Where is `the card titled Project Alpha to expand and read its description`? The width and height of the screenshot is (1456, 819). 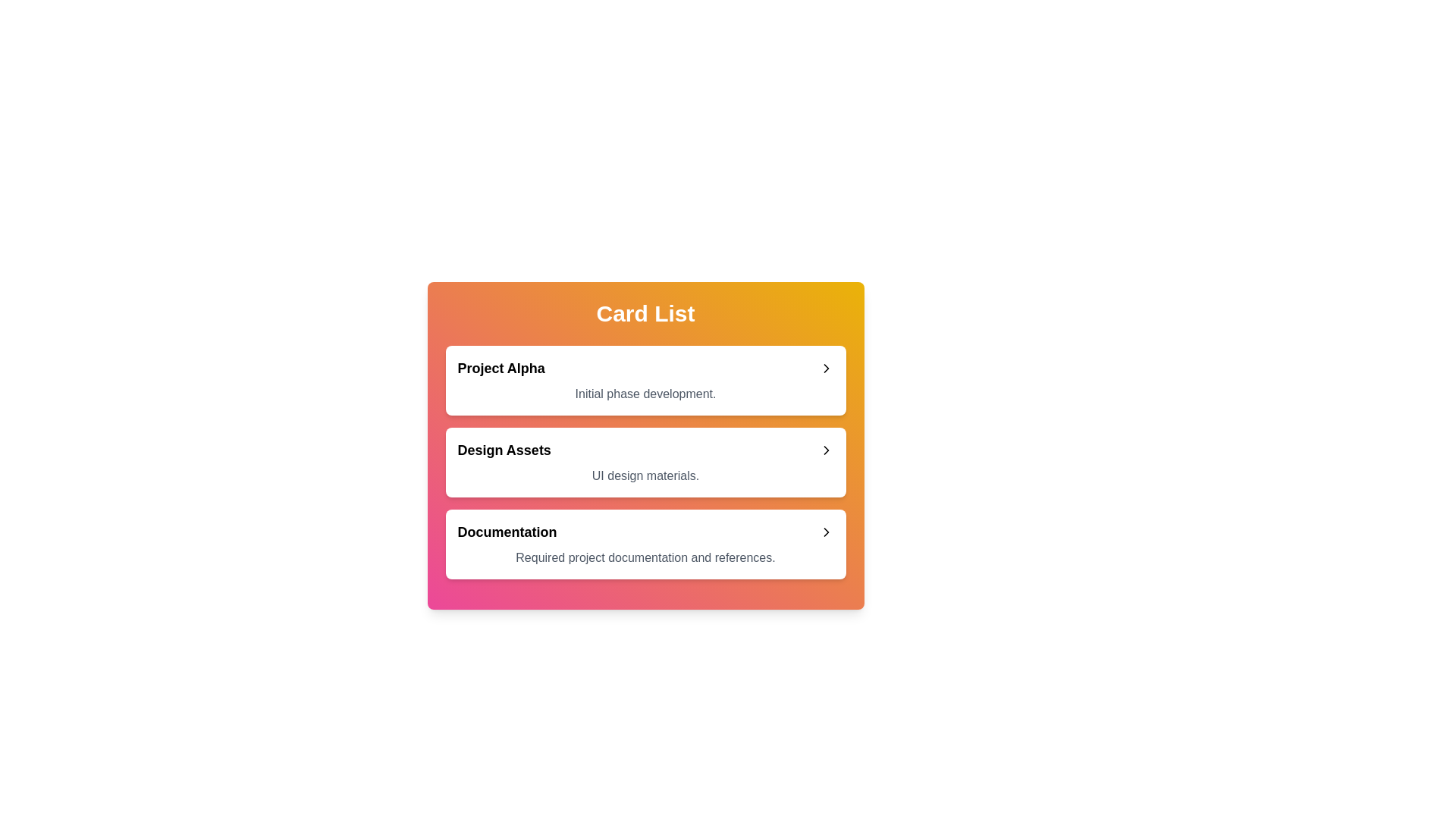 the card titled Project Alpha to expand and read its description is located at coordinates (645, 379).